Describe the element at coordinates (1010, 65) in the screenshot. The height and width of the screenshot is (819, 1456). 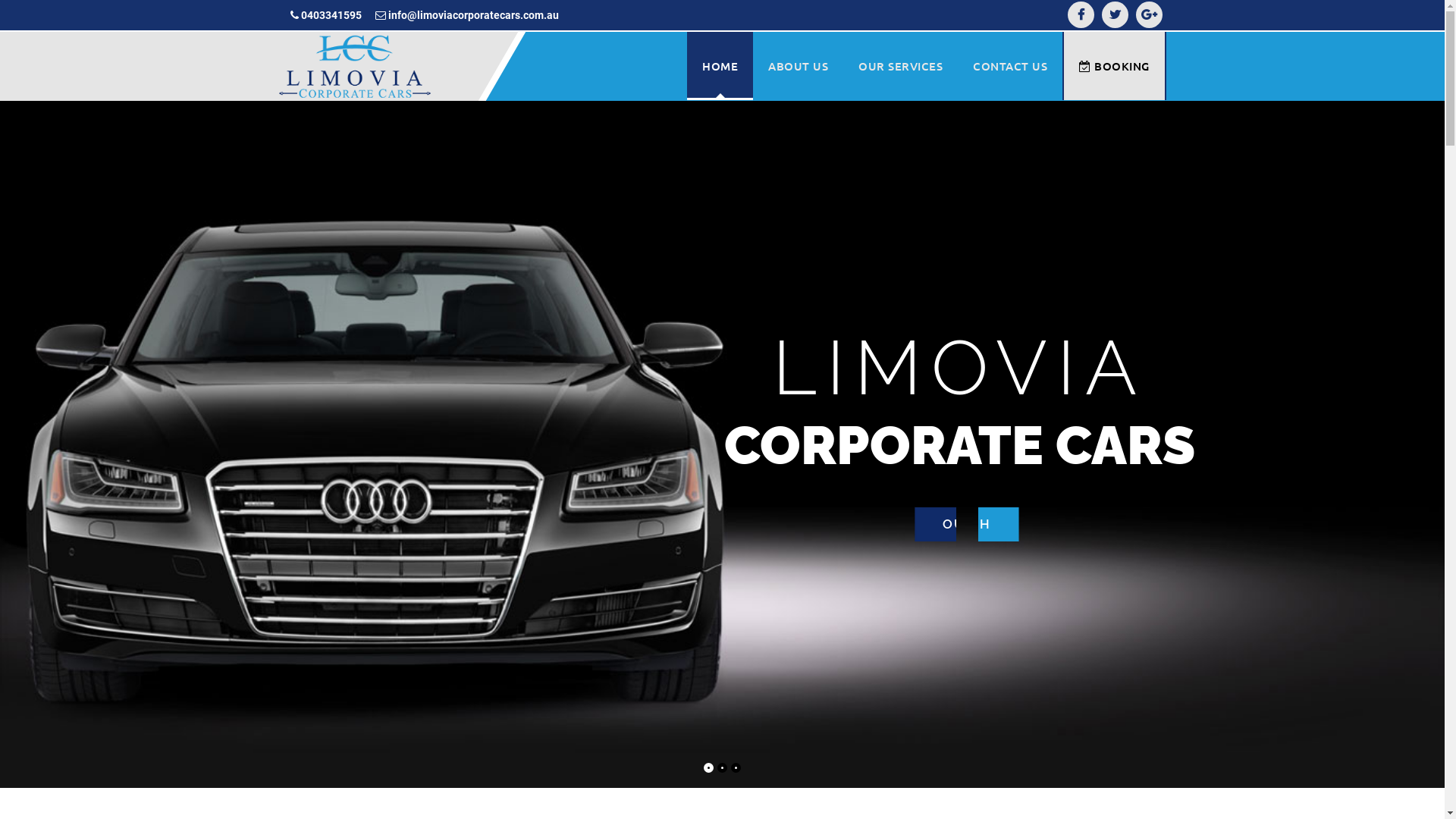
I see `'CONTACT US'` at that location.